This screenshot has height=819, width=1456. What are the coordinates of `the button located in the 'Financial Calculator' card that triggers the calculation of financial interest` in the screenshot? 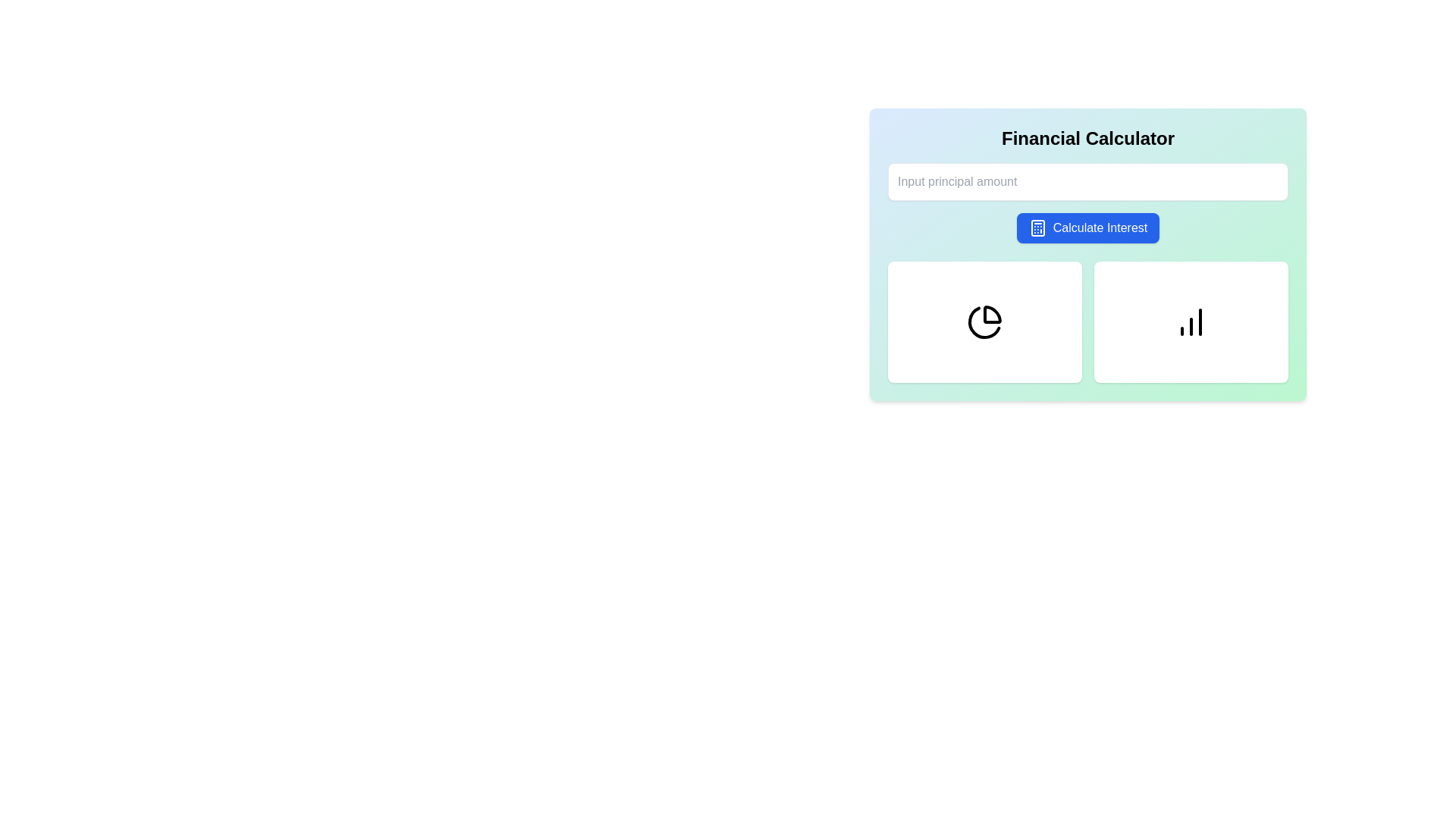 It's located at (1087, 227).